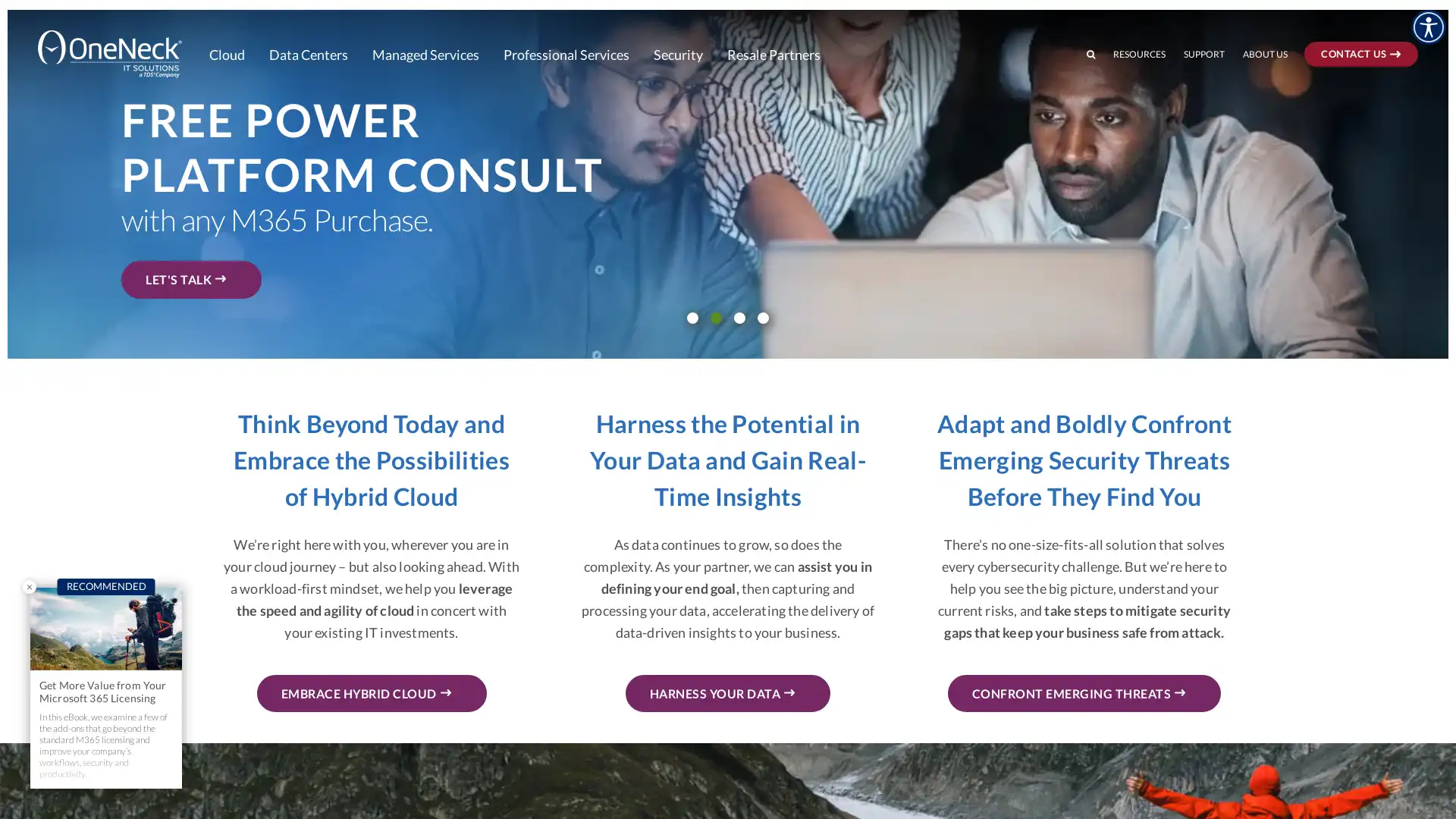  Describe the element at coordinates (273, 274) in the screenshot. I see `LEARN MORE ABOUT MICROSOFT 365` at that location.